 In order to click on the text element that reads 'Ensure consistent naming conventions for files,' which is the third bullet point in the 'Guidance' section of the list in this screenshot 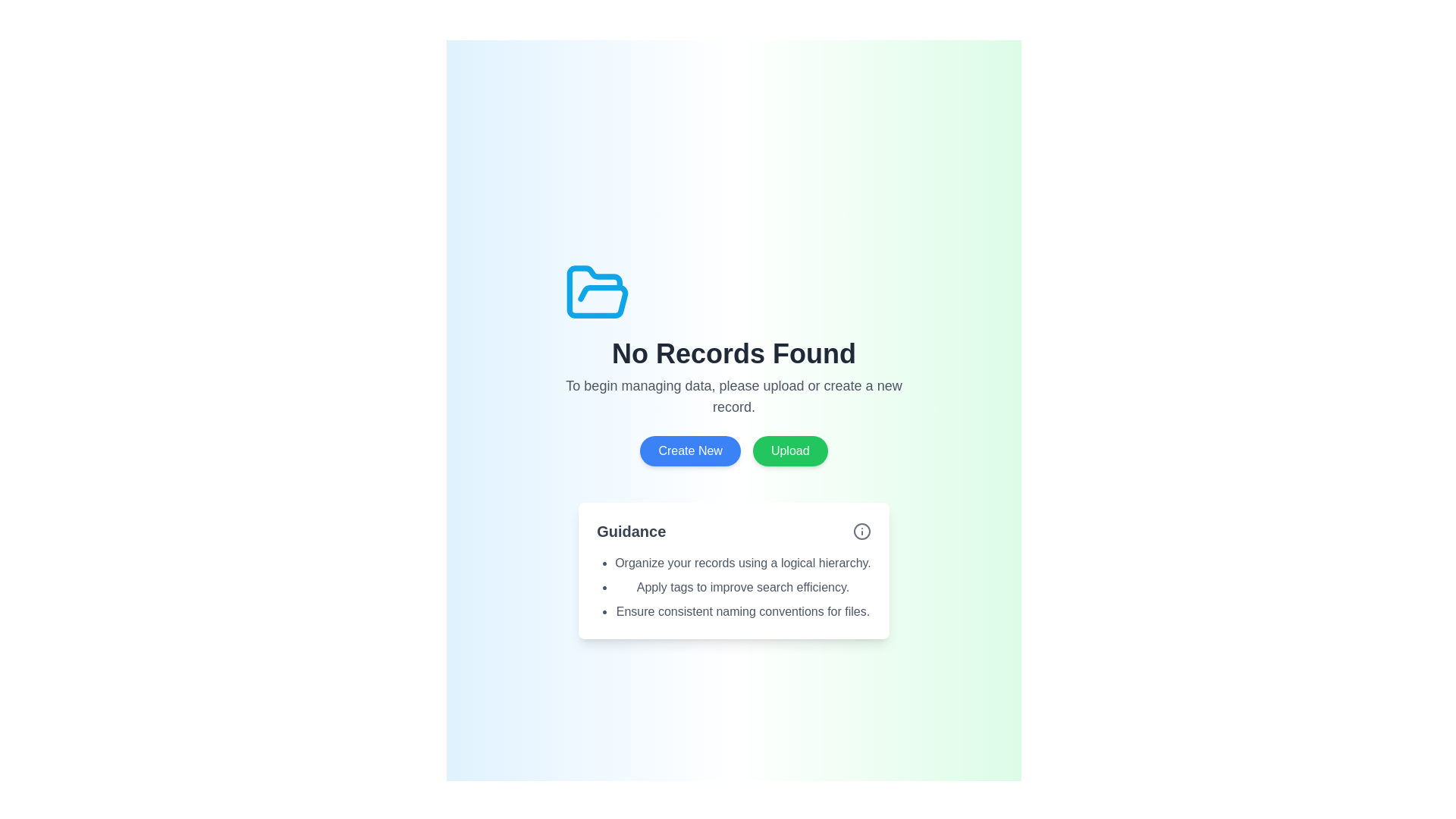, I will do `click(742, 610)`.